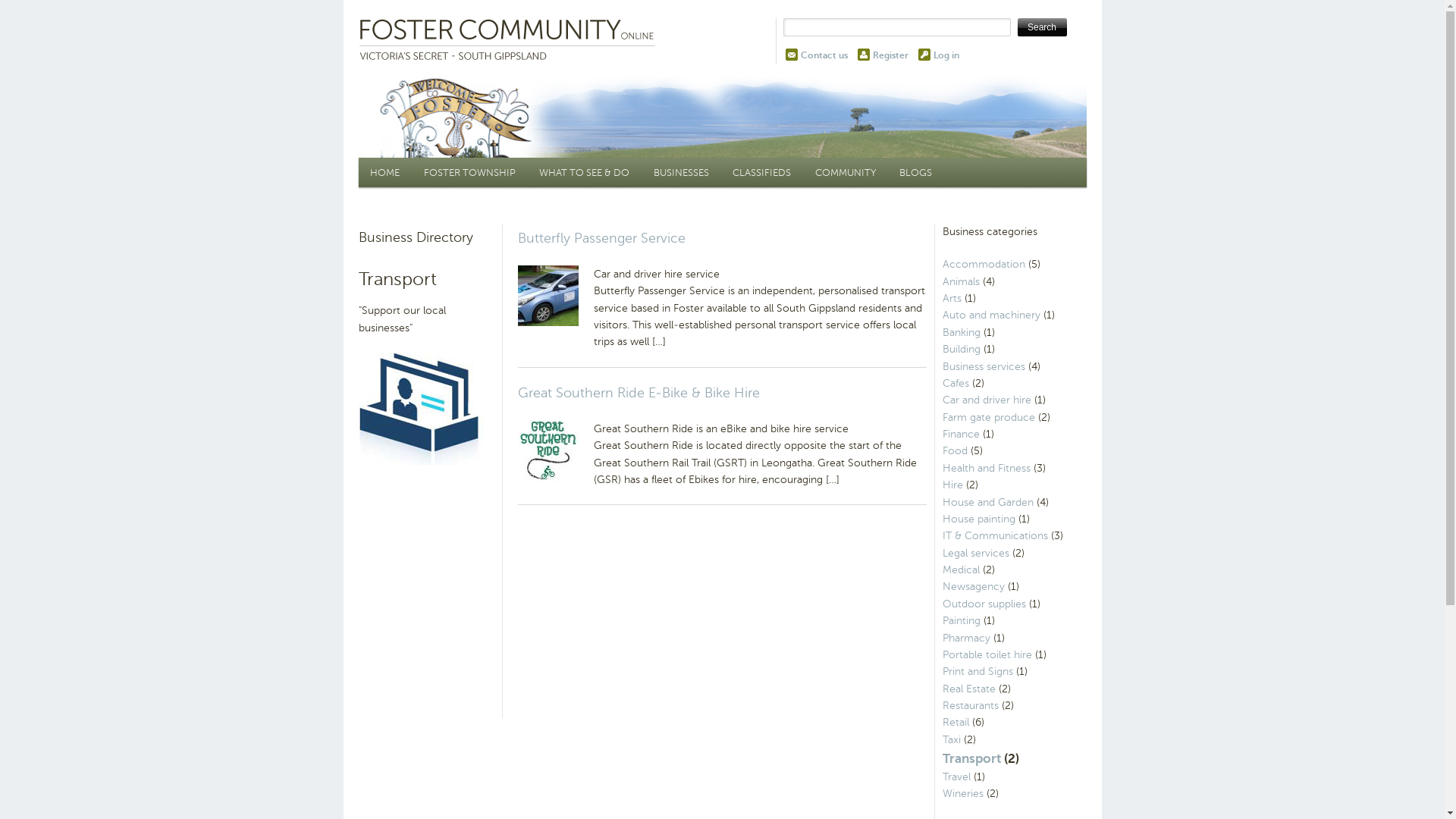 The height and width of the screenshot is (819, 1456). What do you see at coordinates (950, 298) in the screenshot?
I see `'Arts'` at bounding box center [950, 298].